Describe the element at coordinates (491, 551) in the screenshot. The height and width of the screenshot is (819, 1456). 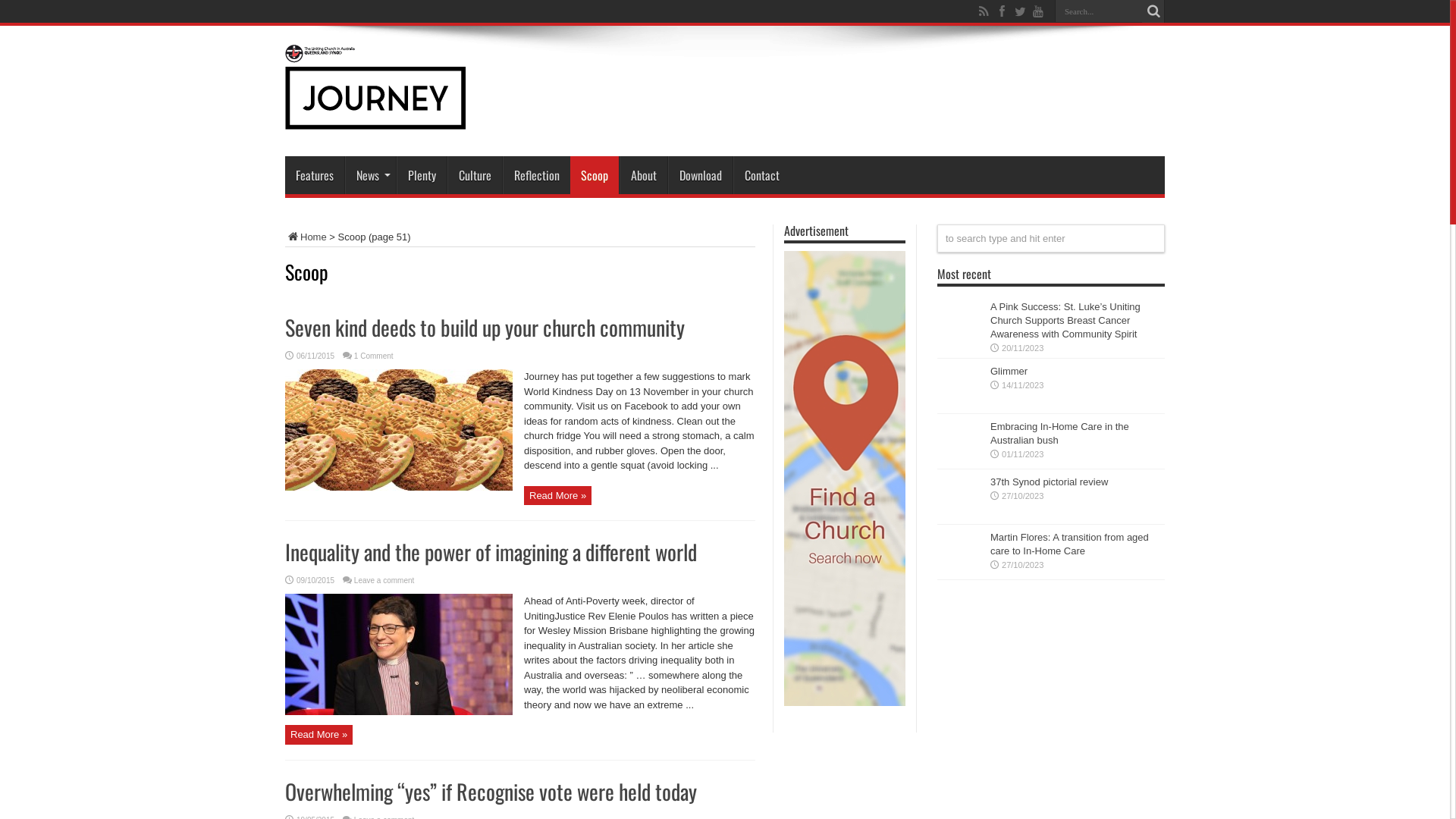
I see `'Inequality and the power of imagining a different world'` at that location.